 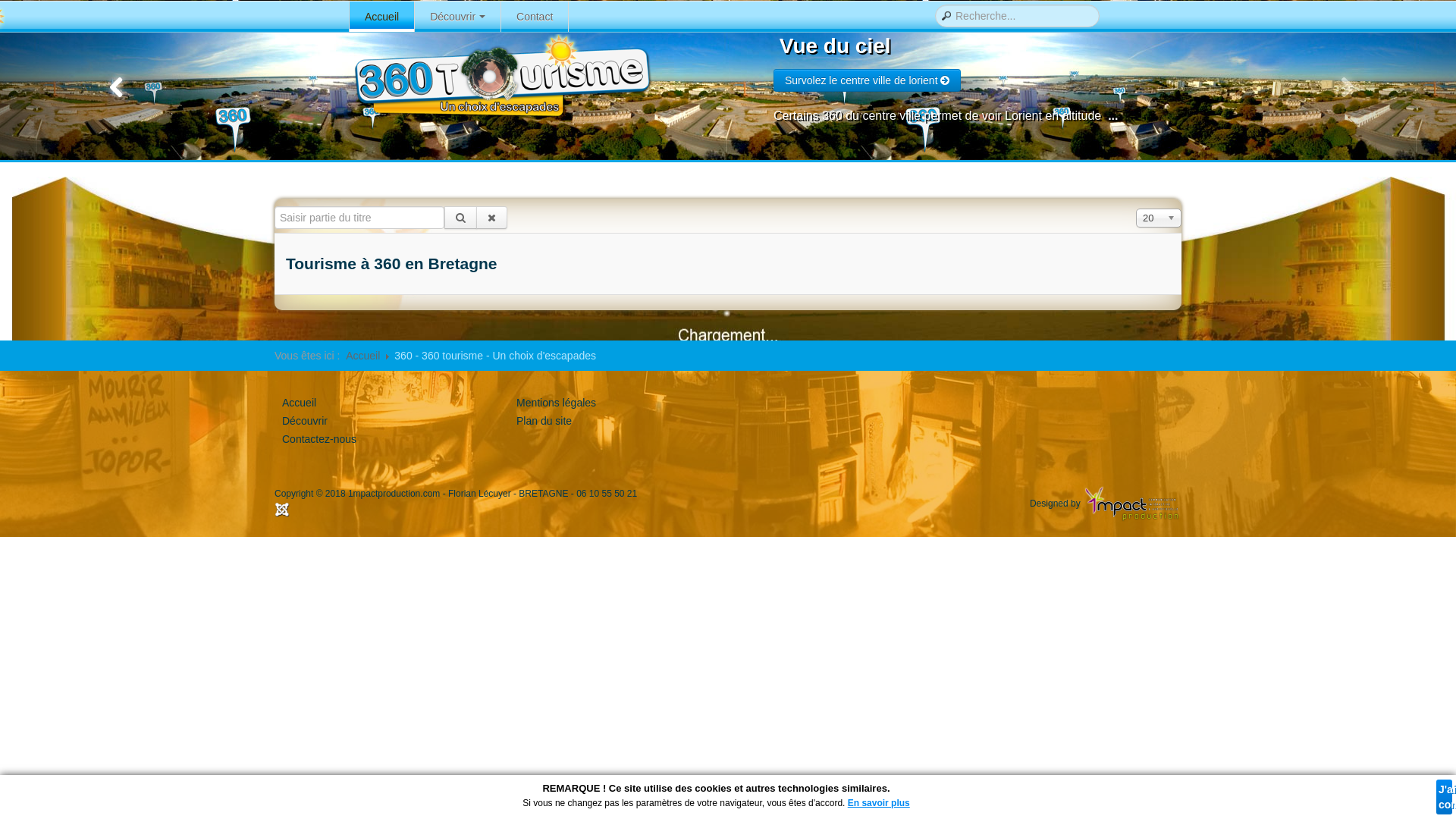 What do you see at coordinates (1157, 217) in the screenshot?
I see `'20'` at bounding box center [1157, 217].